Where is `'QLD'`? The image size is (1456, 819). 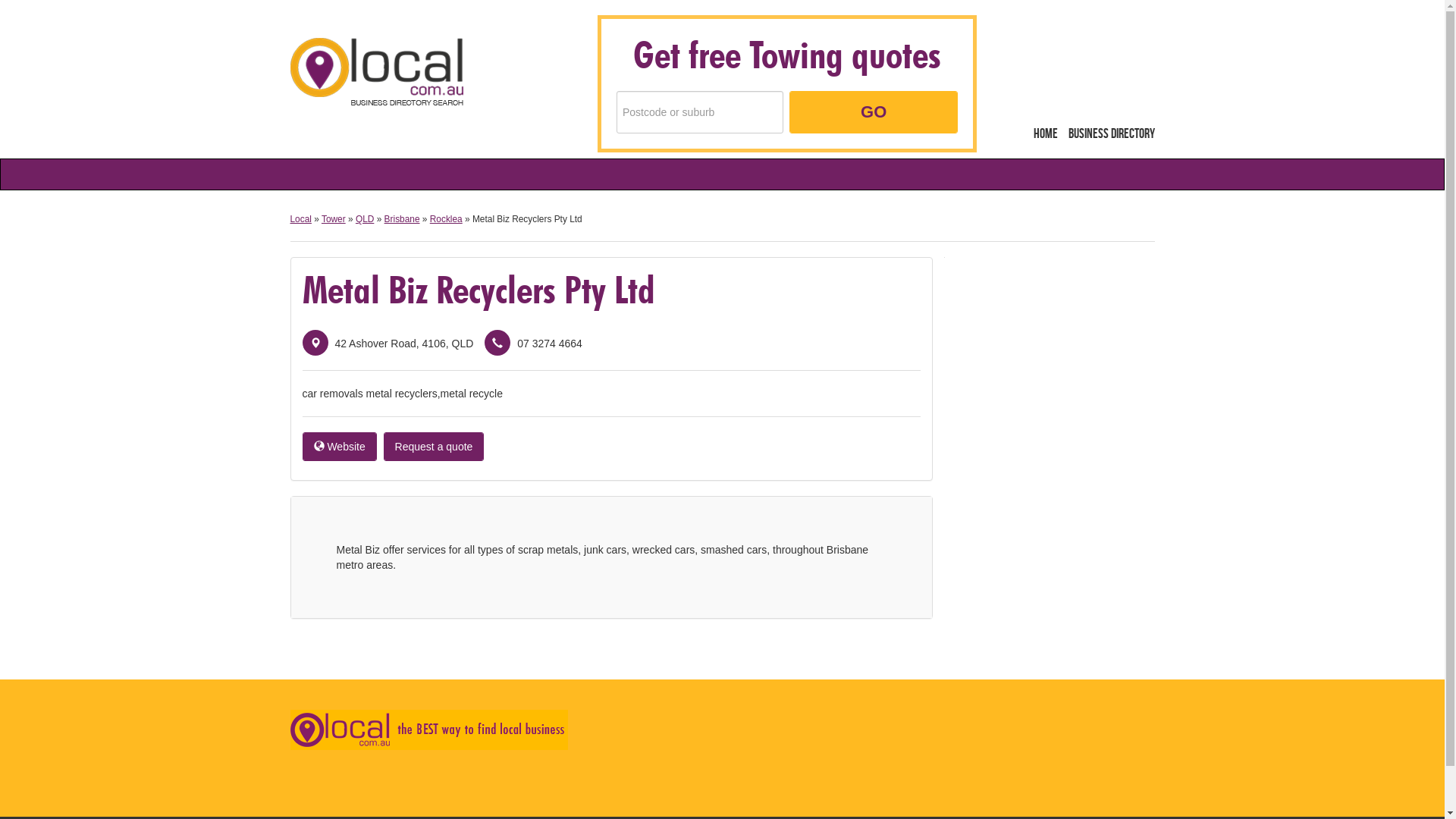
'QLD' is located at coordinates (364, 219).